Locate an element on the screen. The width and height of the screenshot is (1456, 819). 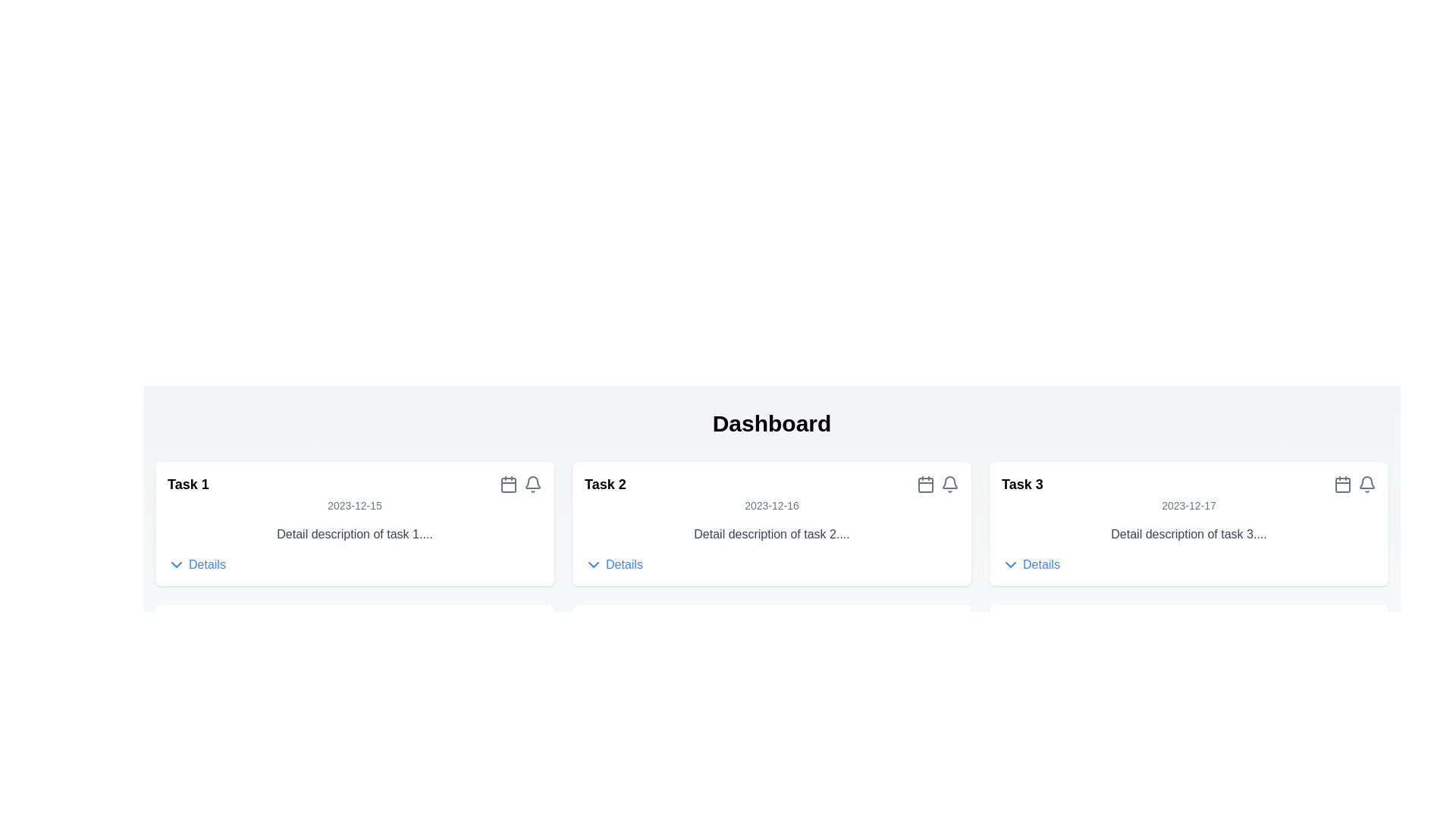
text displaying the date '2023-12-16' located under the title 'Task 2' in the second card of a three-card layout is located at coordinates (771, 506).